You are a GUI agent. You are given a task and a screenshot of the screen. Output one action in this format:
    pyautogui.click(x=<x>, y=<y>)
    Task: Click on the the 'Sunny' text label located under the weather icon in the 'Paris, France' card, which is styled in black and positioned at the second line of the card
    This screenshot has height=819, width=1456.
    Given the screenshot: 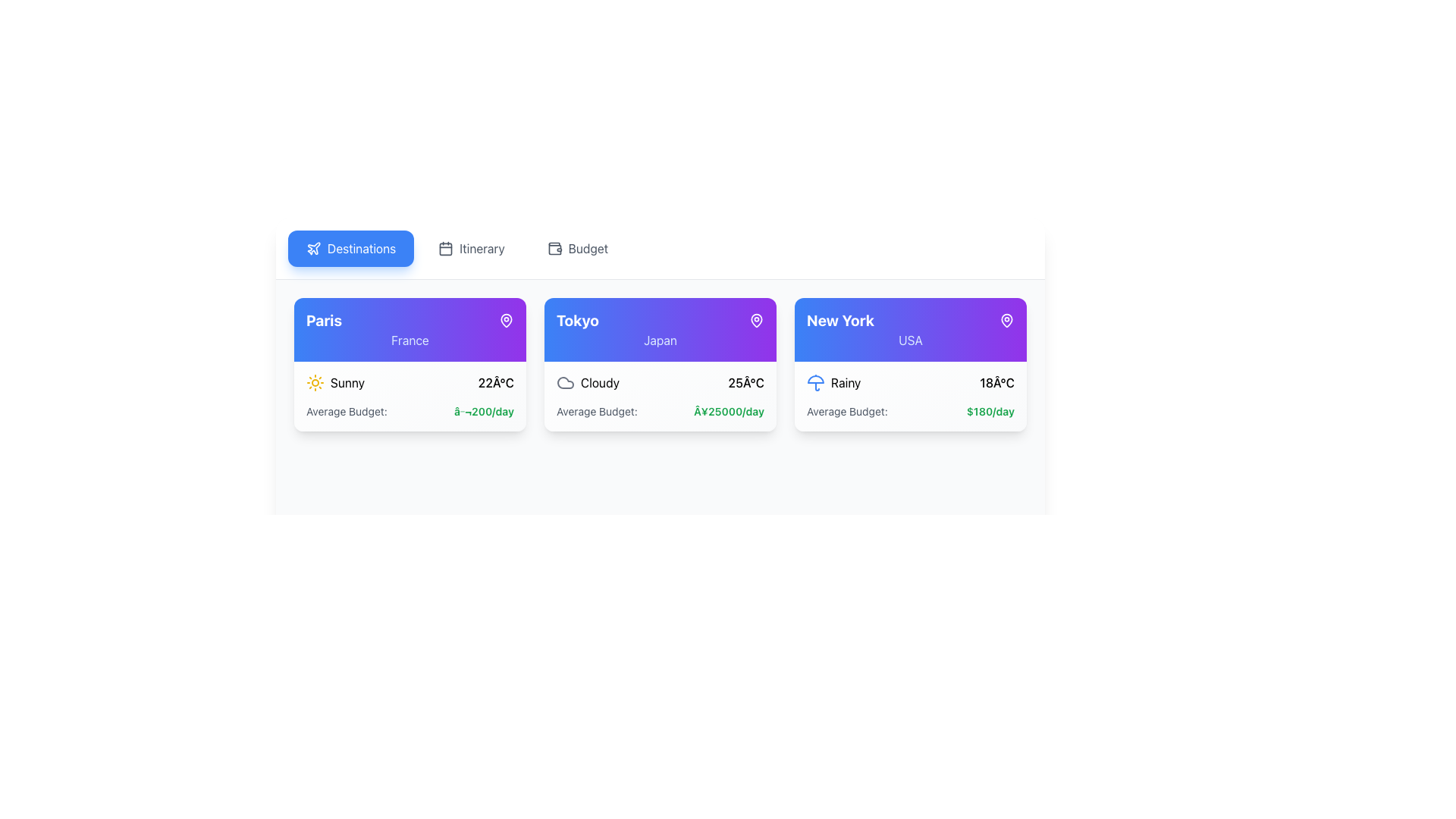 What is the action you would take?
    pyautogui.click(x=347, y=382)
    